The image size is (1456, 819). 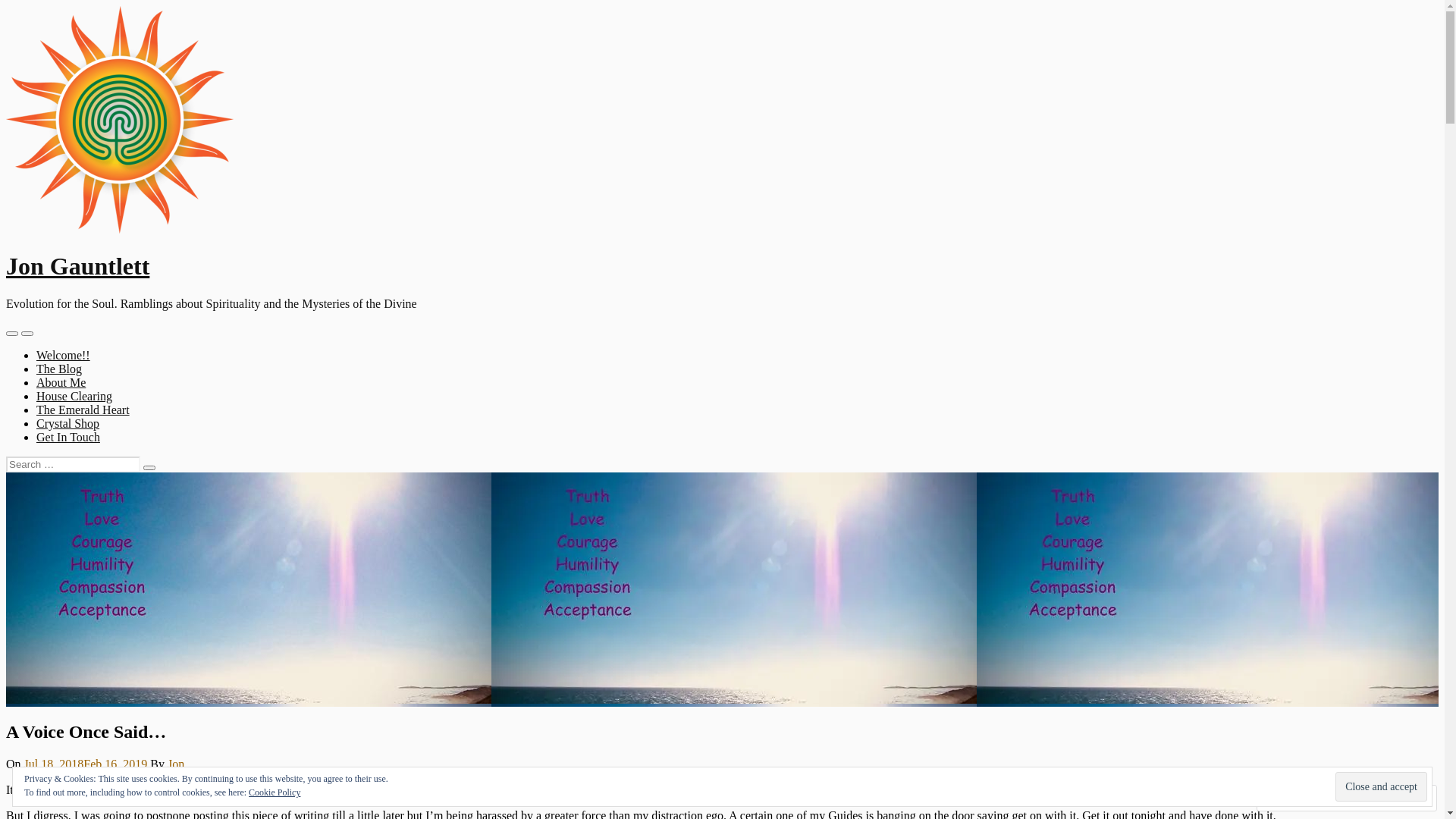 What do you see at coordinates (77, 265) in the screenshot?
I see `'Jon Gauntlett'` at bounding box center [77, 265].